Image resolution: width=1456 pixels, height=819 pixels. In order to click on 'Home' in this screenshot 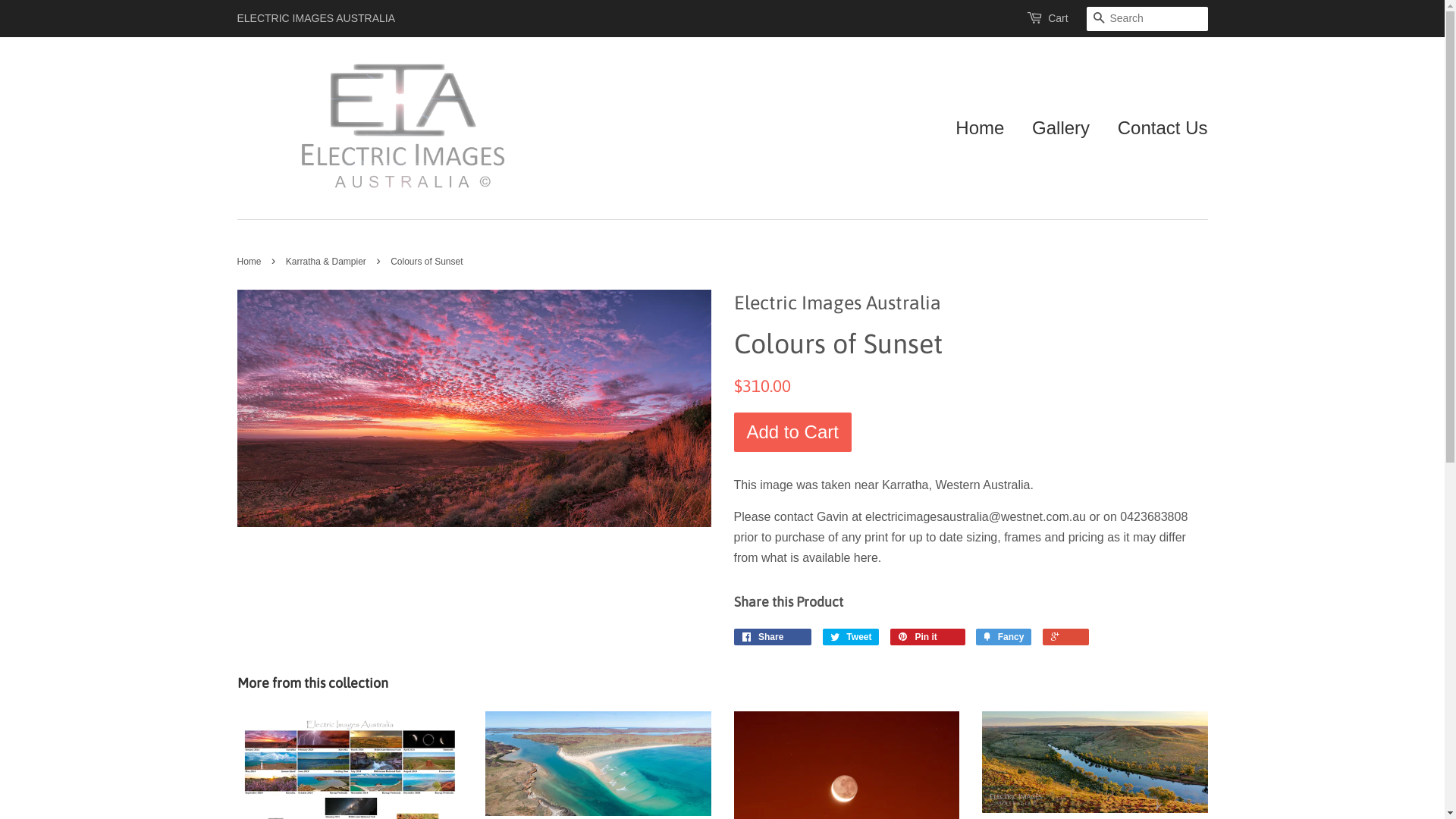, I will do `click(954, 127)`.